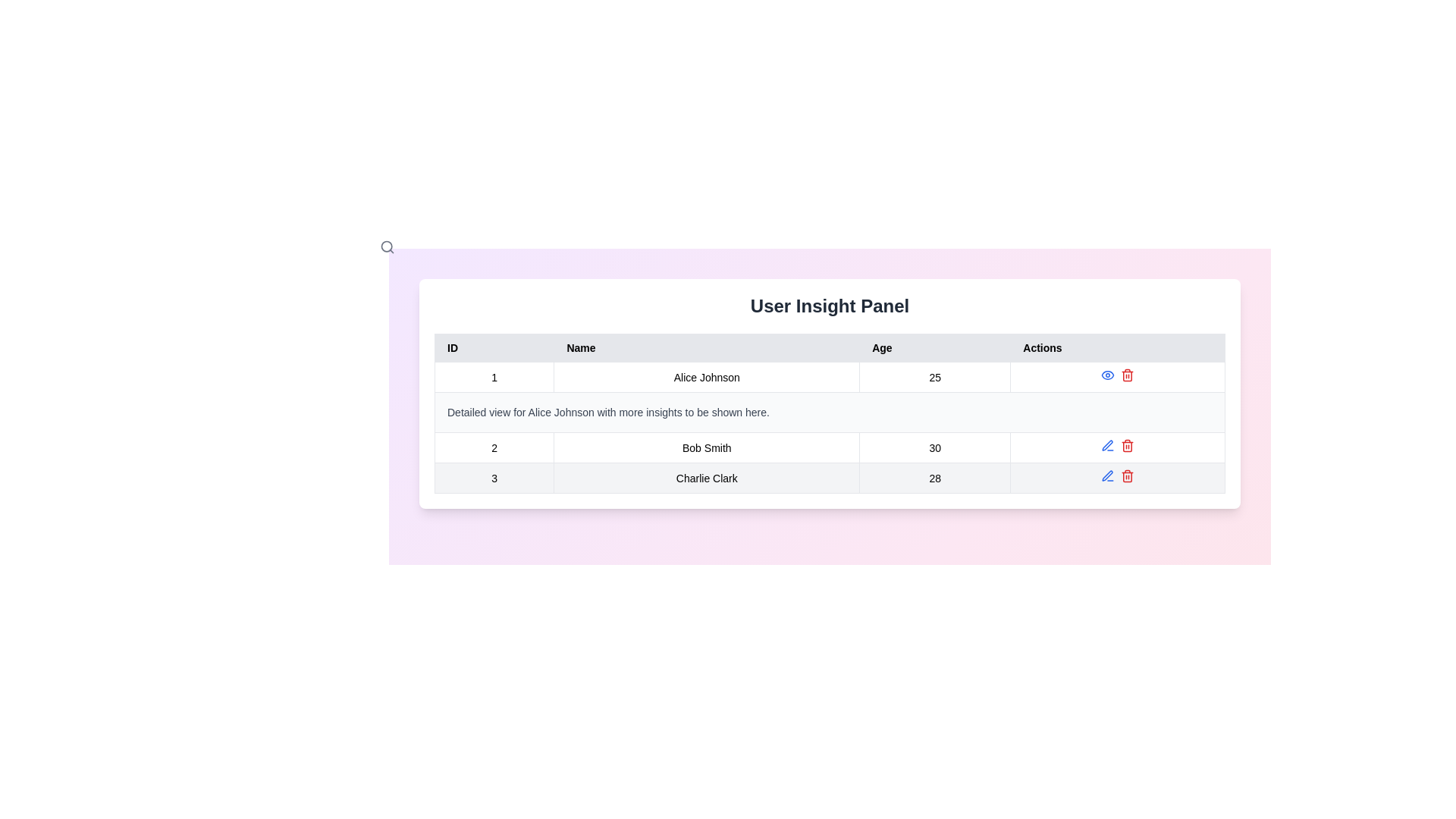 The width and height of the screenshot is (1456, 819). What do you see at coordinates (1117, 376) in the screenshot?
I see `the red trash bin icon in the 'Actions' column of the first row` at bounding box center [1117, 376].